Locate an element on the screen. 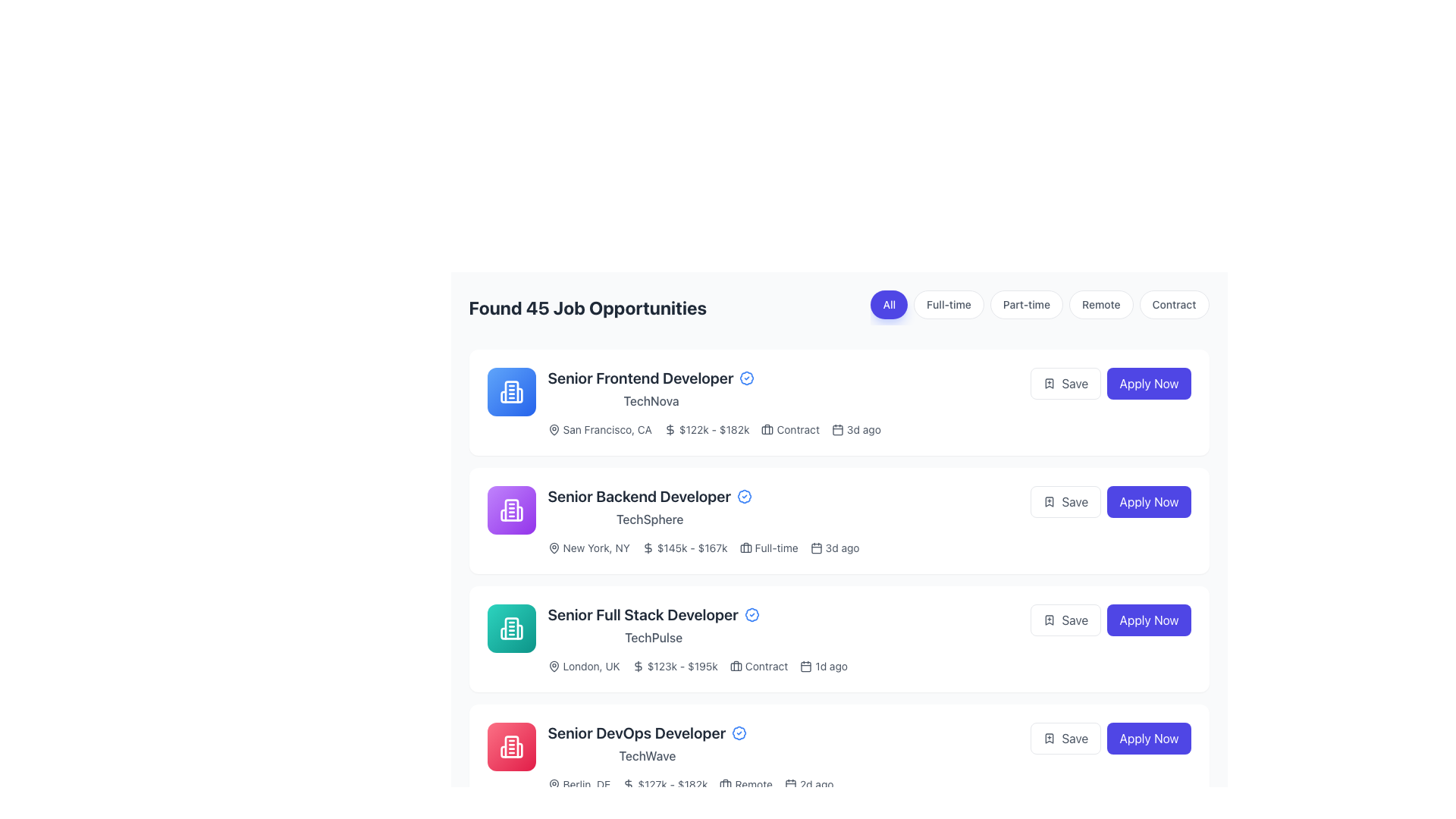 The height and width of the screenshot is (819, 1456). text from the Text Label displaying 'Senior Frontend Developer' with subtext 'TechNova', located in the first job listing's main text area, to the right of a blue company icon is located at coordinates (651, 388).